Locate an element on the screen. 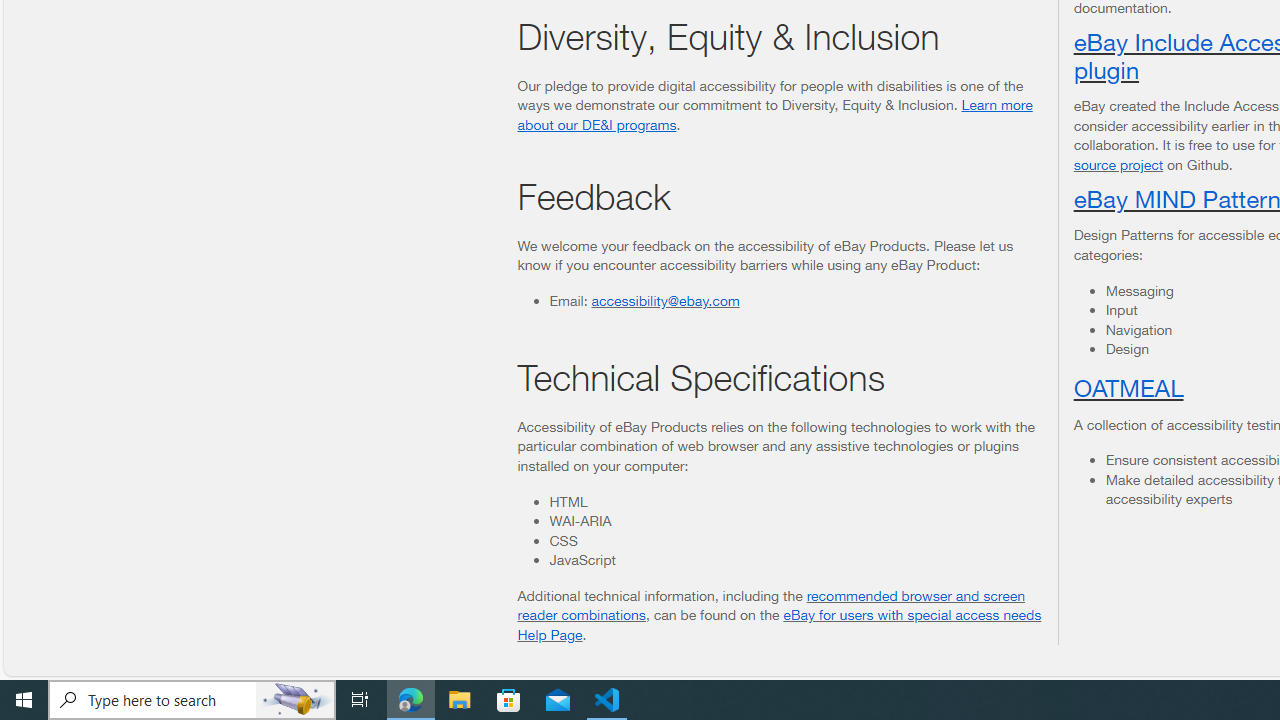  'eBay for users with special access needs Help Page' is located at coordinates (778, 623).